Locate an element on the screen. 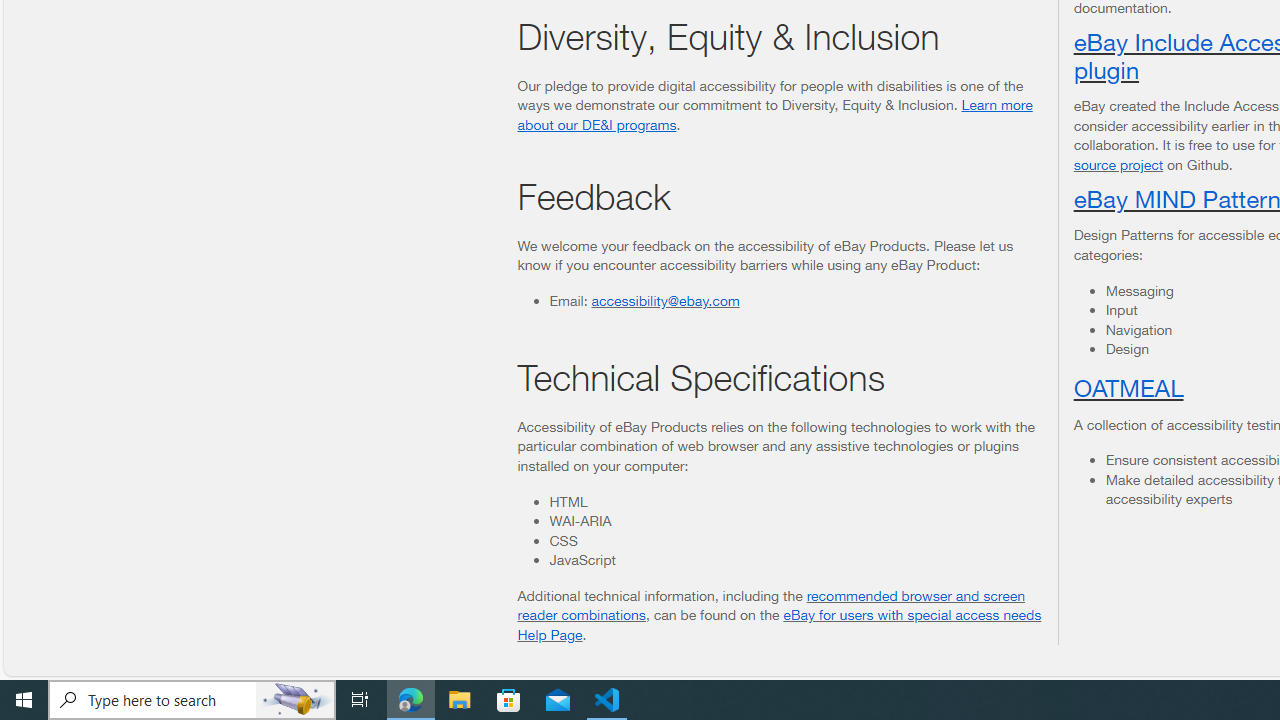  'eBay for users with special access needs Help Page' is located at coordinates (778, 623).